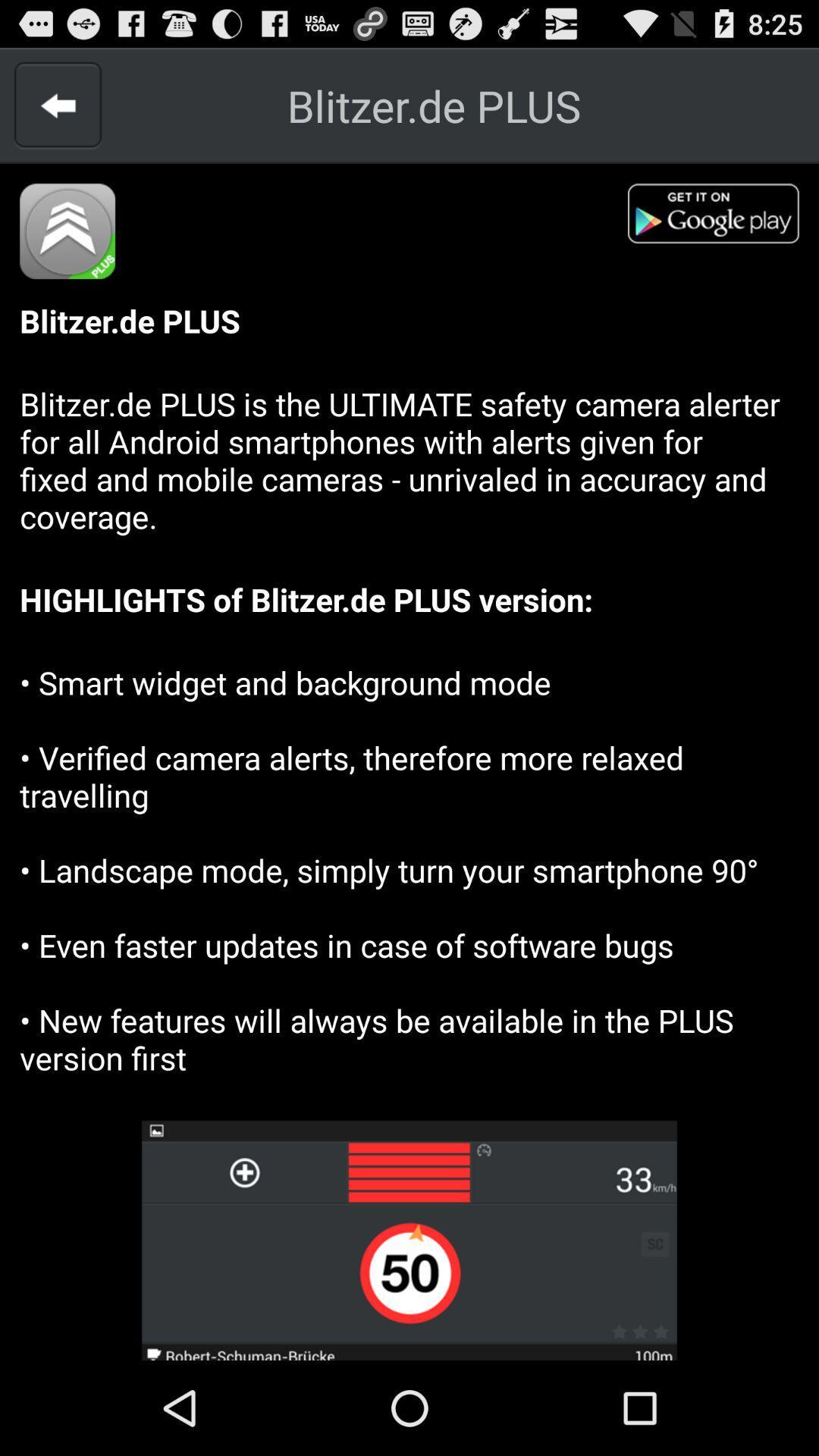  What do you see at coordinates (57, 105) in the screenshot?
I see `the app next to blitzer.de plus app` at bounding box center [57, 105].